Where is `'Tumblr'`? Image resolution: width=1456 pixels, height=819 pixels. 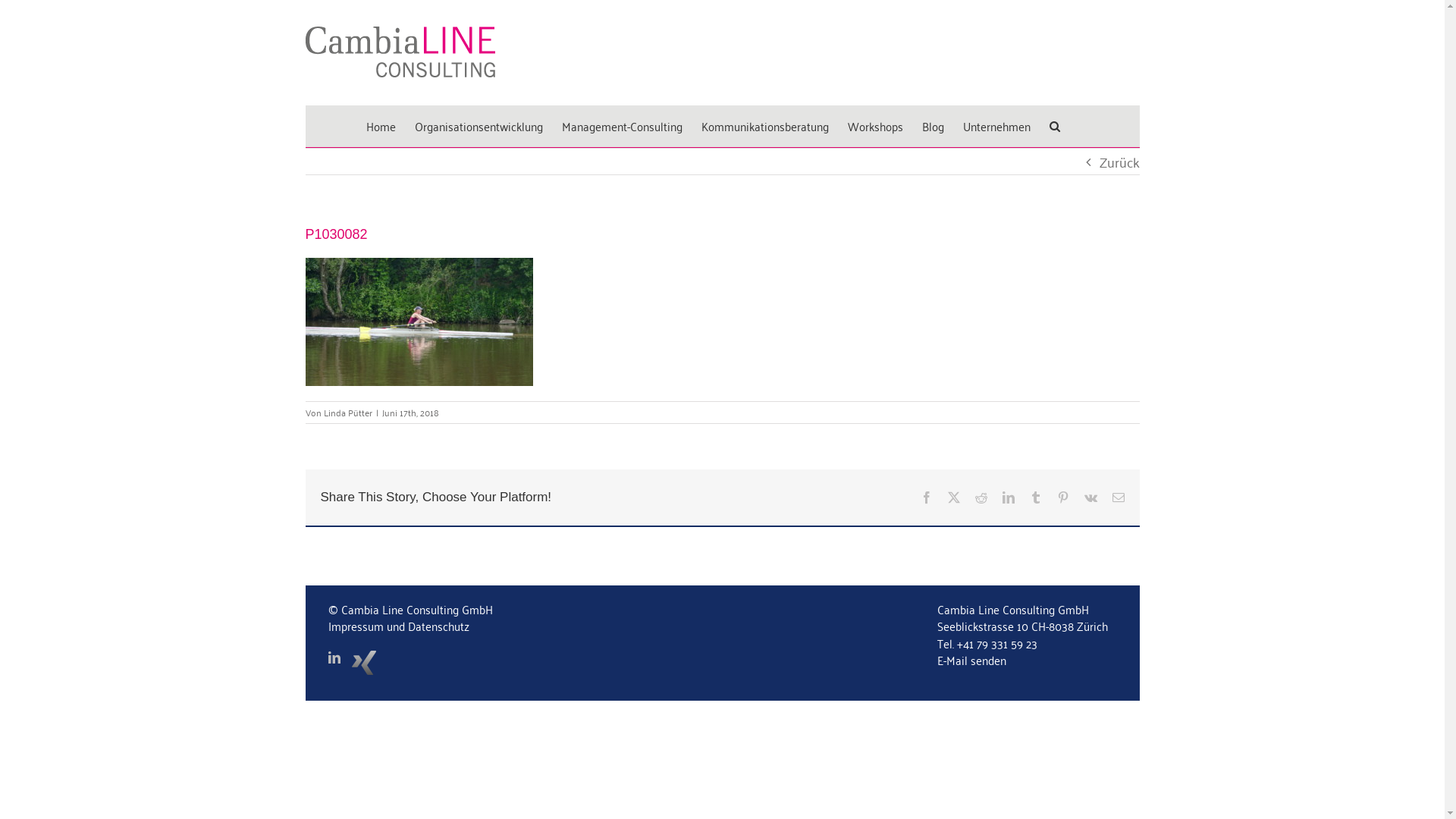 'Tumblr' is located at coordinates (1035, 497).